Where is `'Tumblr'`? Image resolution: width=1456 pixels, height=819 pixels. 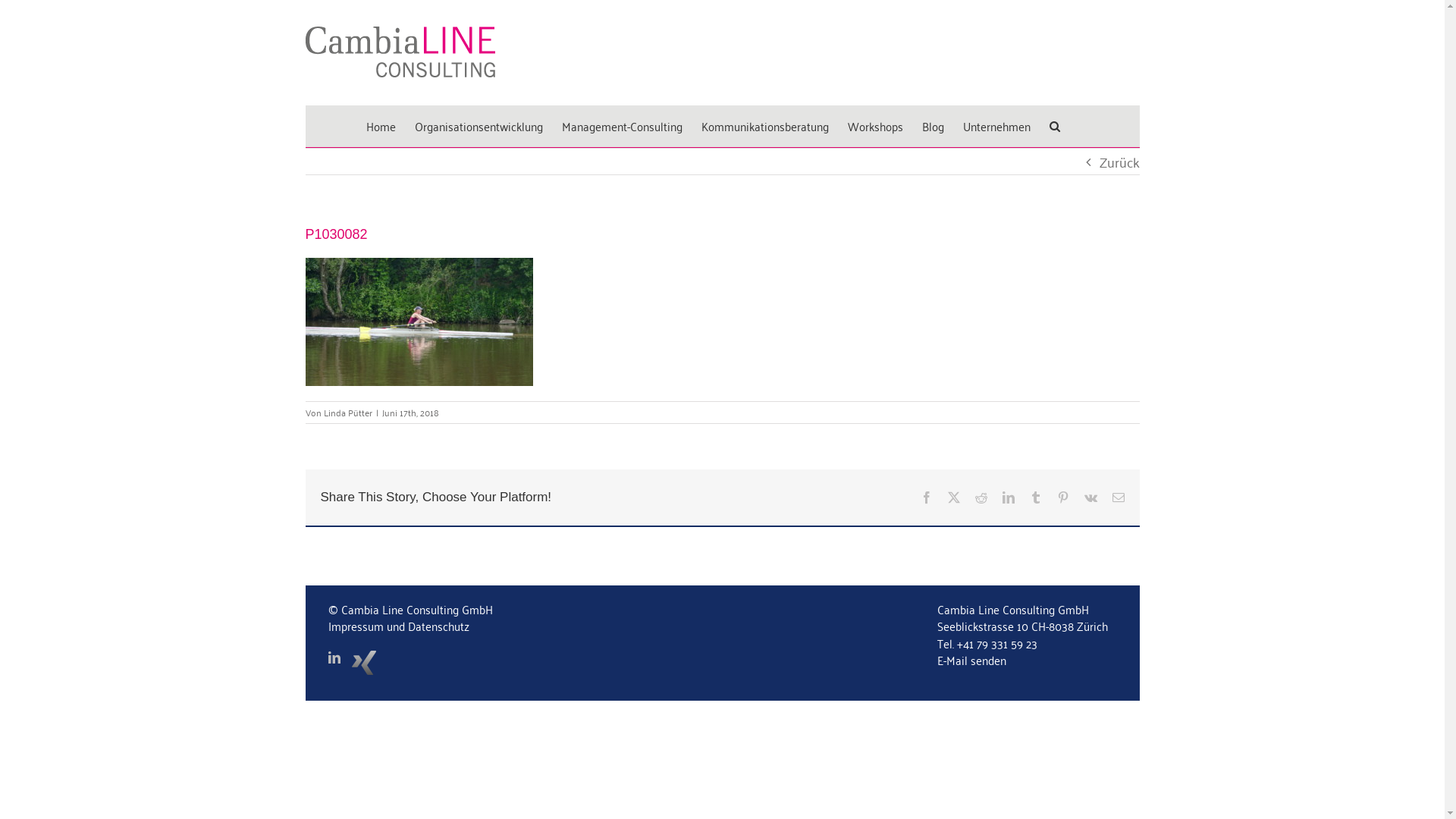 'Tumblr' is located at coordinates (1035, 497).